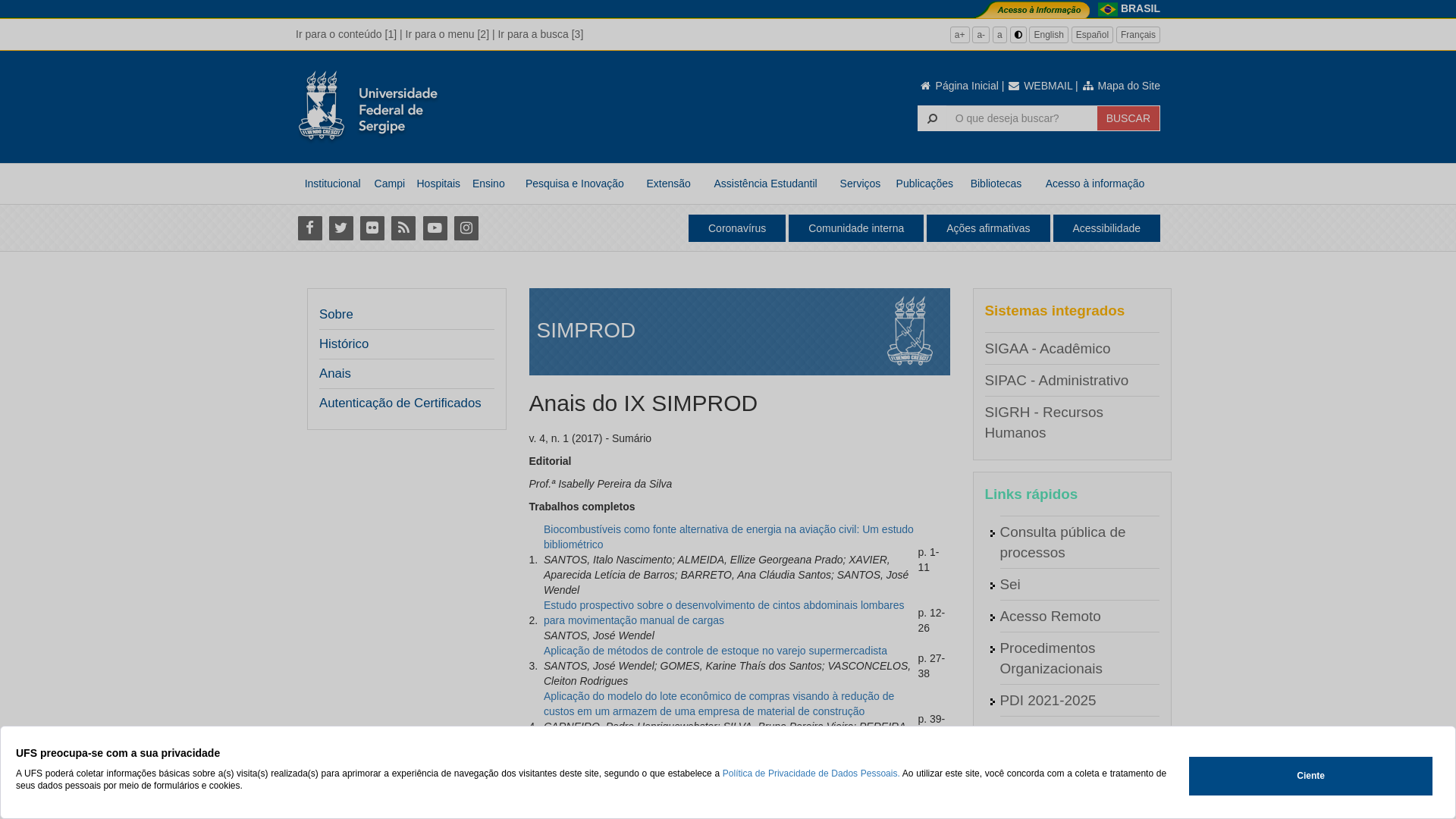 This screenshot has height=819, width=1456. I want to click on 'Anais', so click(334, 374).